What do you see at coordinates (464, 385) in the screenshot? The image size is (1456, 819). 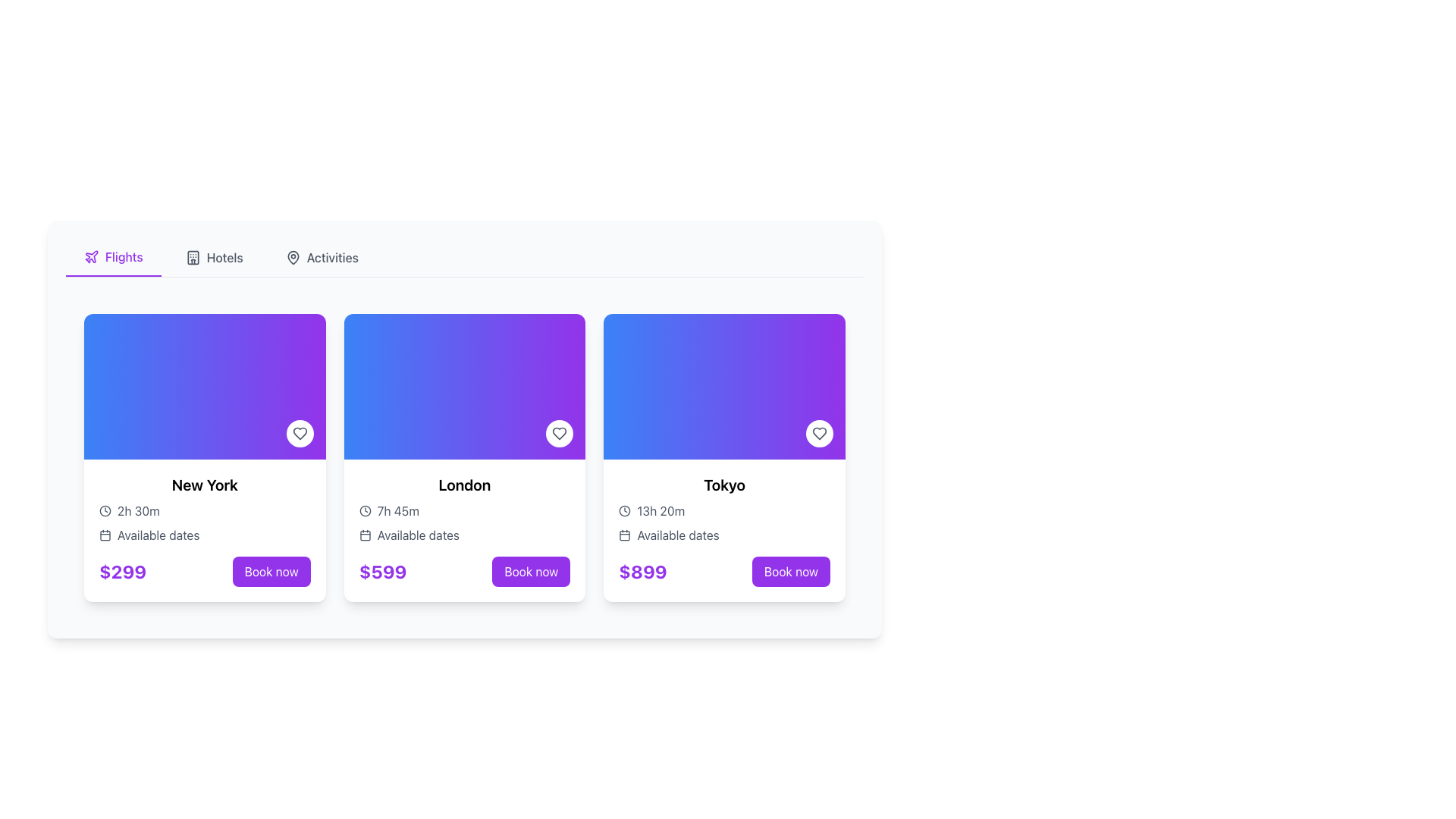 I see `the Decorative background section located at the top of the 'London' card, which enhances its visual appeal` at bounding box center [464, 385].